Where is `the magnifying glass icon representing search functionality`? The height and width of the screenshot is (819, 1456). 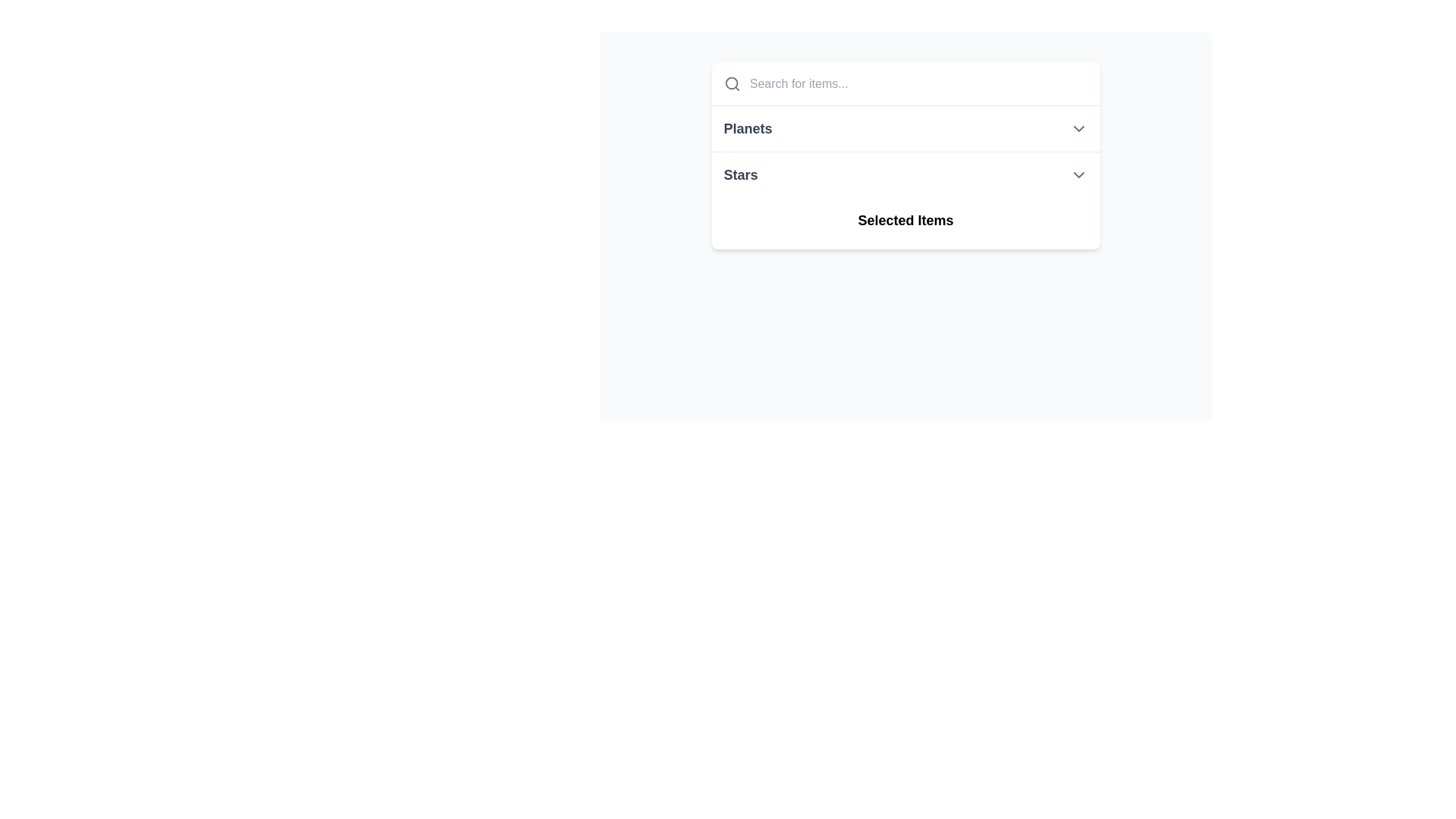
the magnifying glass icon representing search functionality is located at coordinates (732, 84).